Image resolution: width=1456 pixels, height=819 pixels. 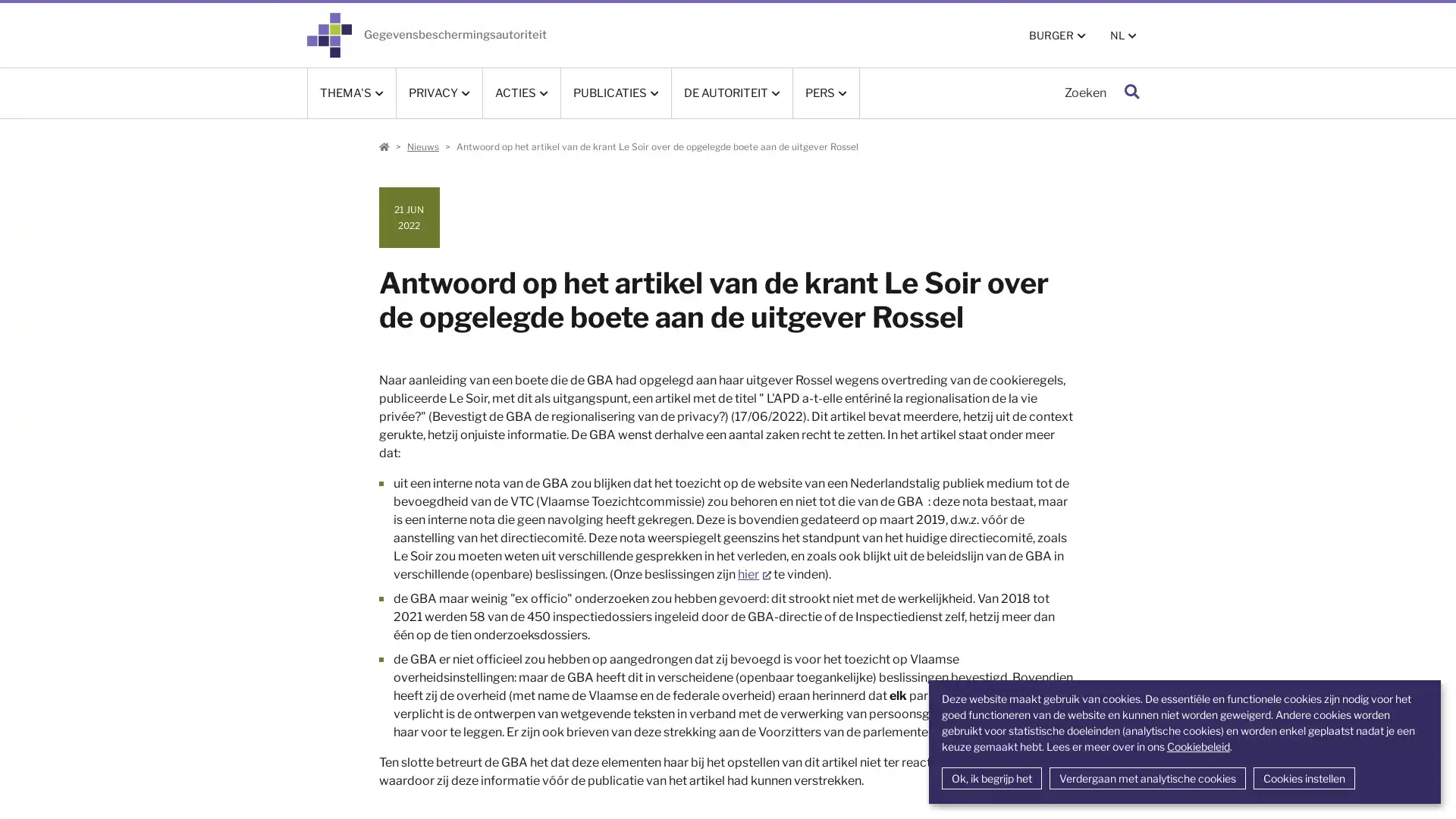 What do you see at coordinates (990, 778) in the screenshot?
I see `Ok, ik begrijp het` at bounding box center [990, 778].